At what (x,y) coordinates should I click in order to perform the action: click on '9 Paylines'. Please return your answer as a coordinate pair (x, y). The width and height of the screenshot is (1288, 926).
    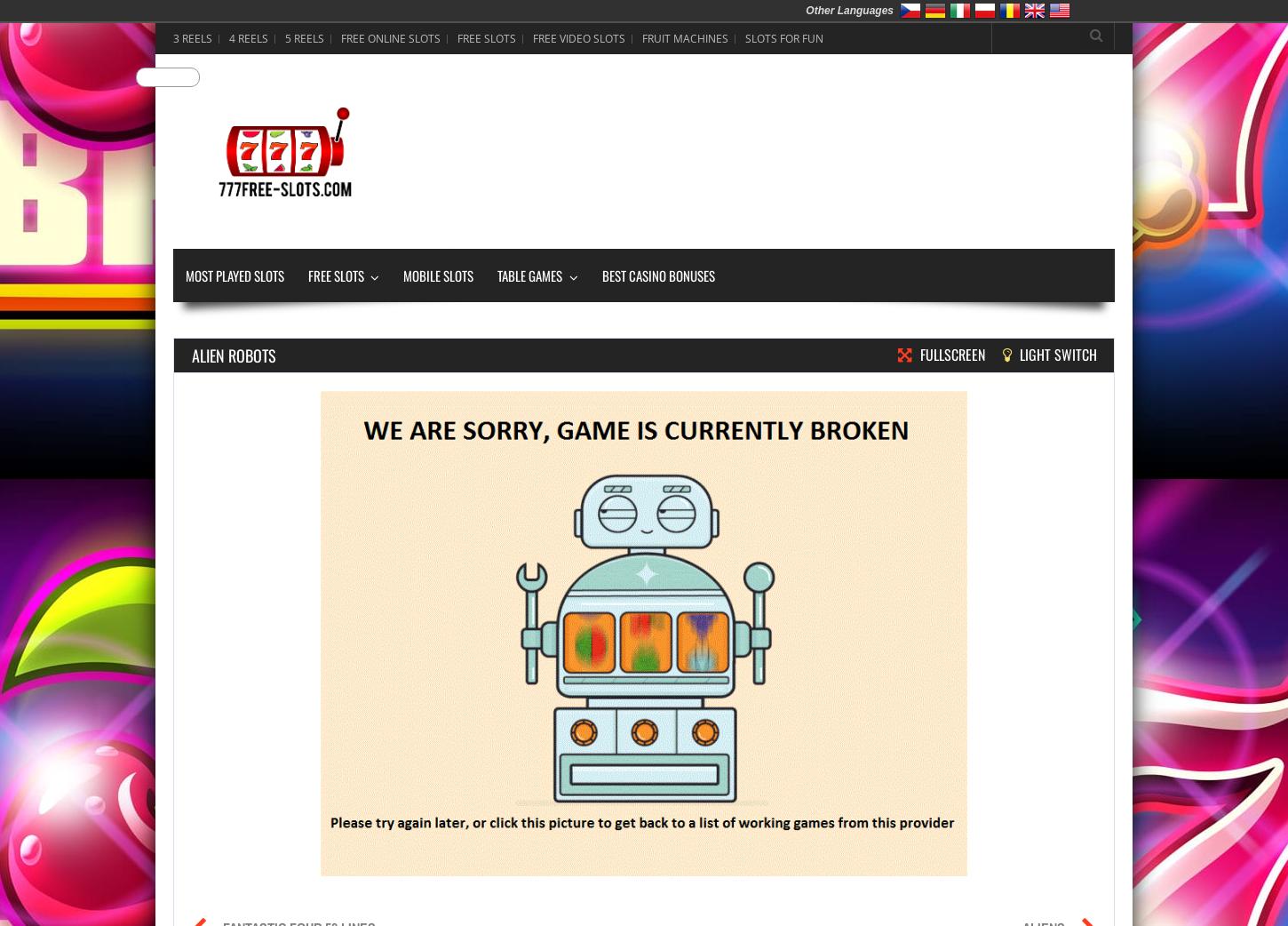
    Looking at the image, I should click on (330, 491).